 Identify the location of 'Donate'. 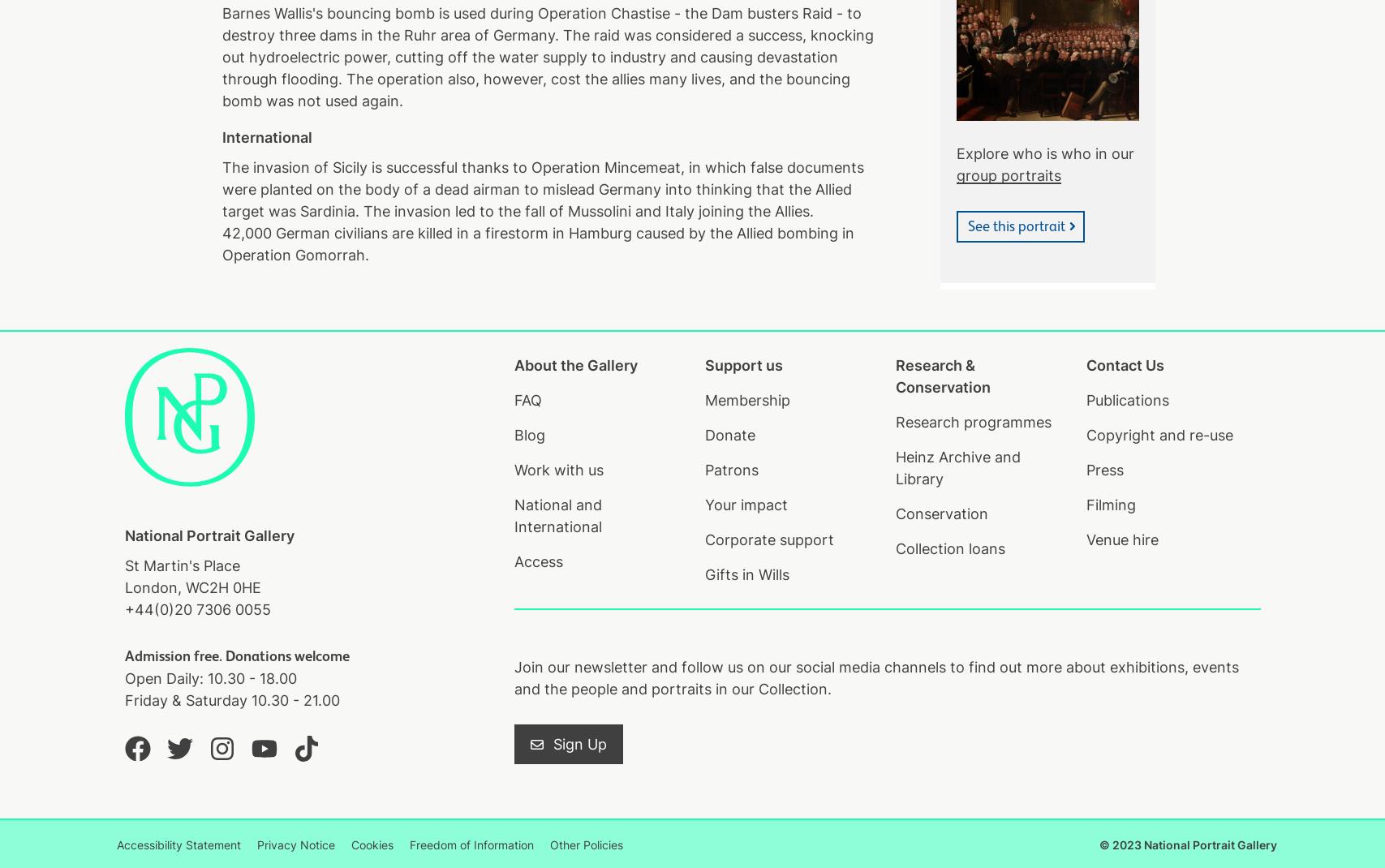
(729, 434).